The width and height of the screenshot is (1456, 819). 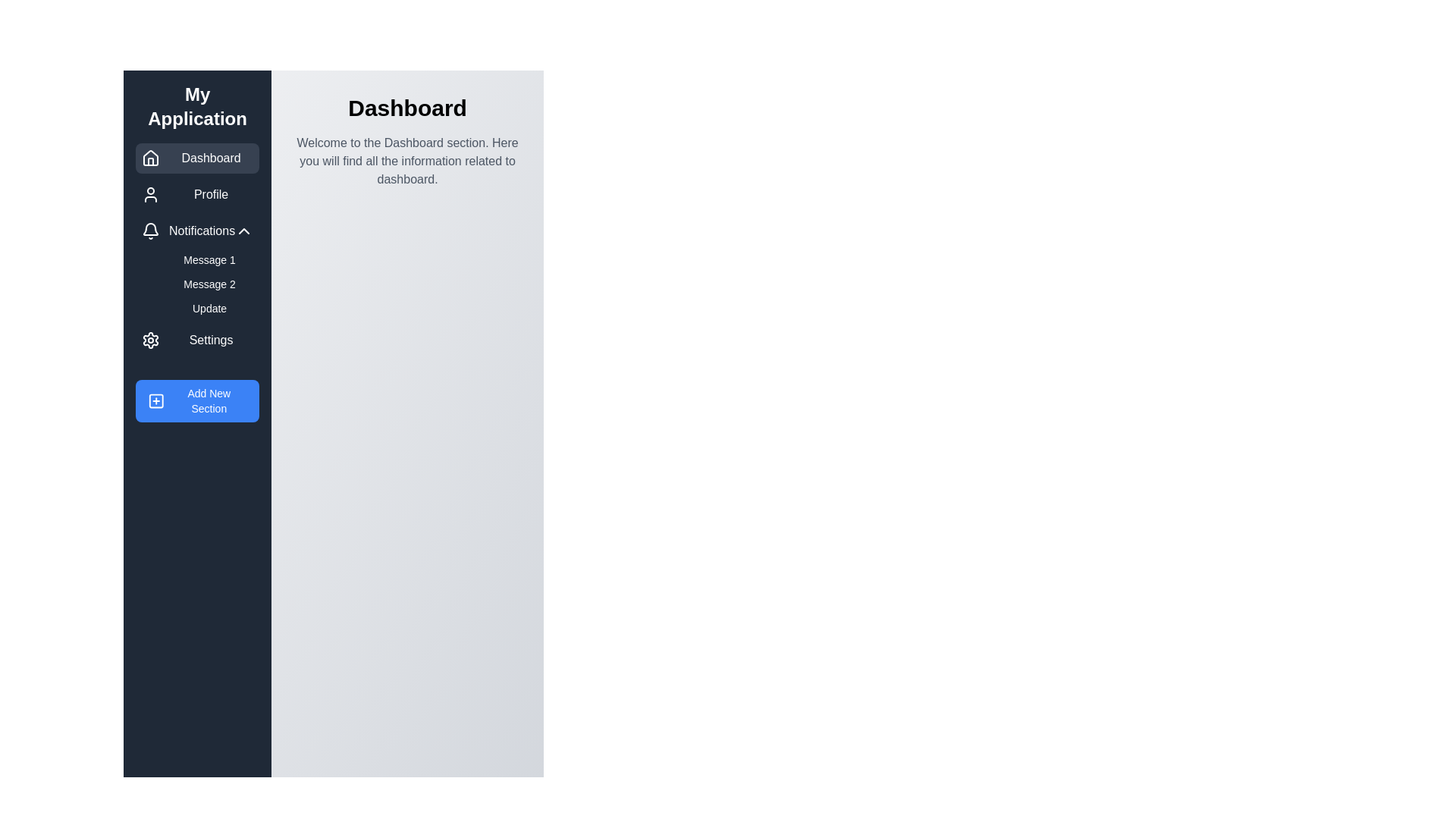 What do you see at coordinates (210, 194) in the screenshot?
I see `the 'Profile' text label in the blue sidebar, which is styled in white font and is the second item in the vertical menu list` at bounding box center [210, 194].